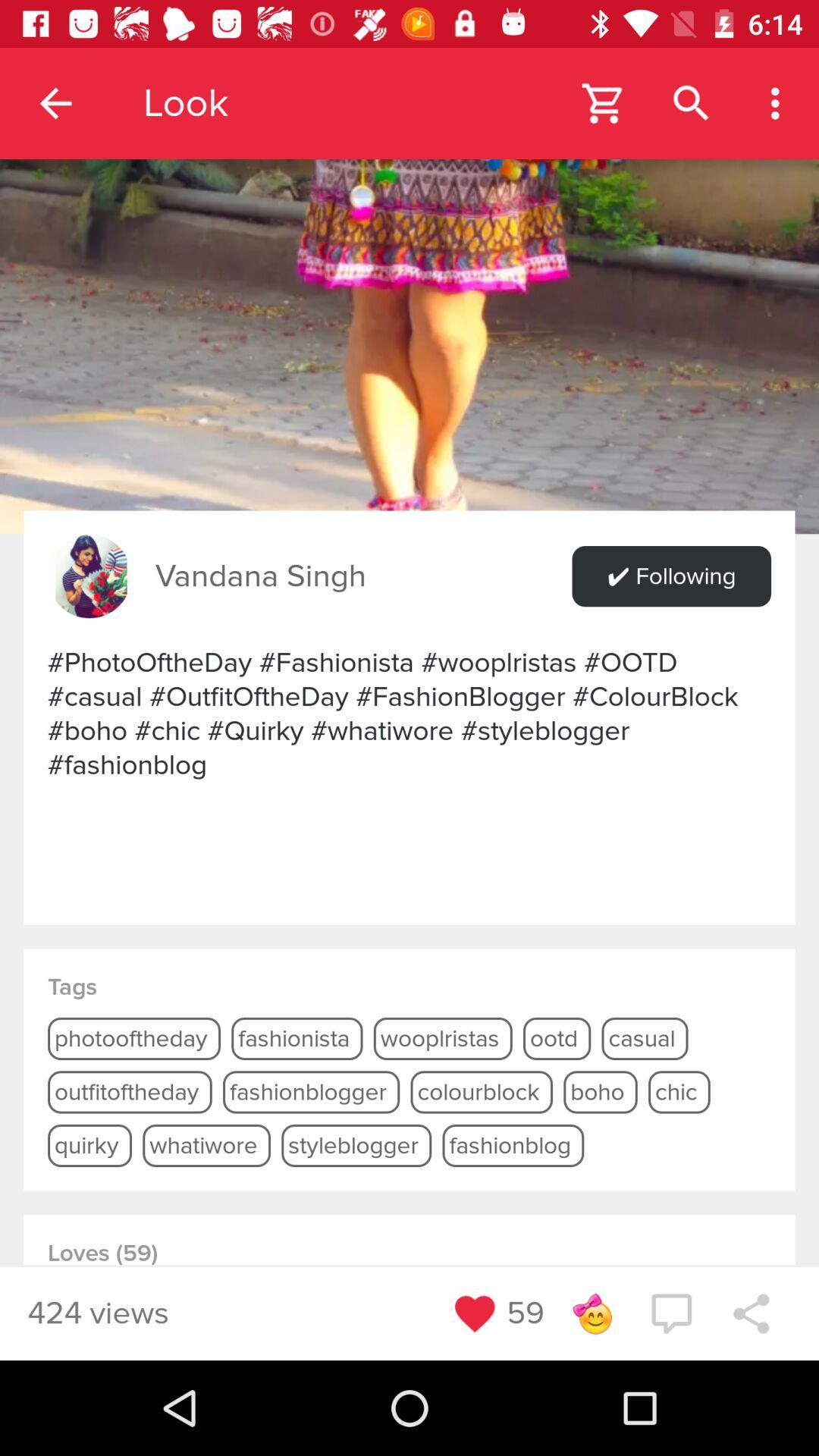 This screenshot has height=1456, width=819. What do you see at coordinates (603, 102) in the screenshot?
I see `shopping basket` at bounding box center [603, 102].